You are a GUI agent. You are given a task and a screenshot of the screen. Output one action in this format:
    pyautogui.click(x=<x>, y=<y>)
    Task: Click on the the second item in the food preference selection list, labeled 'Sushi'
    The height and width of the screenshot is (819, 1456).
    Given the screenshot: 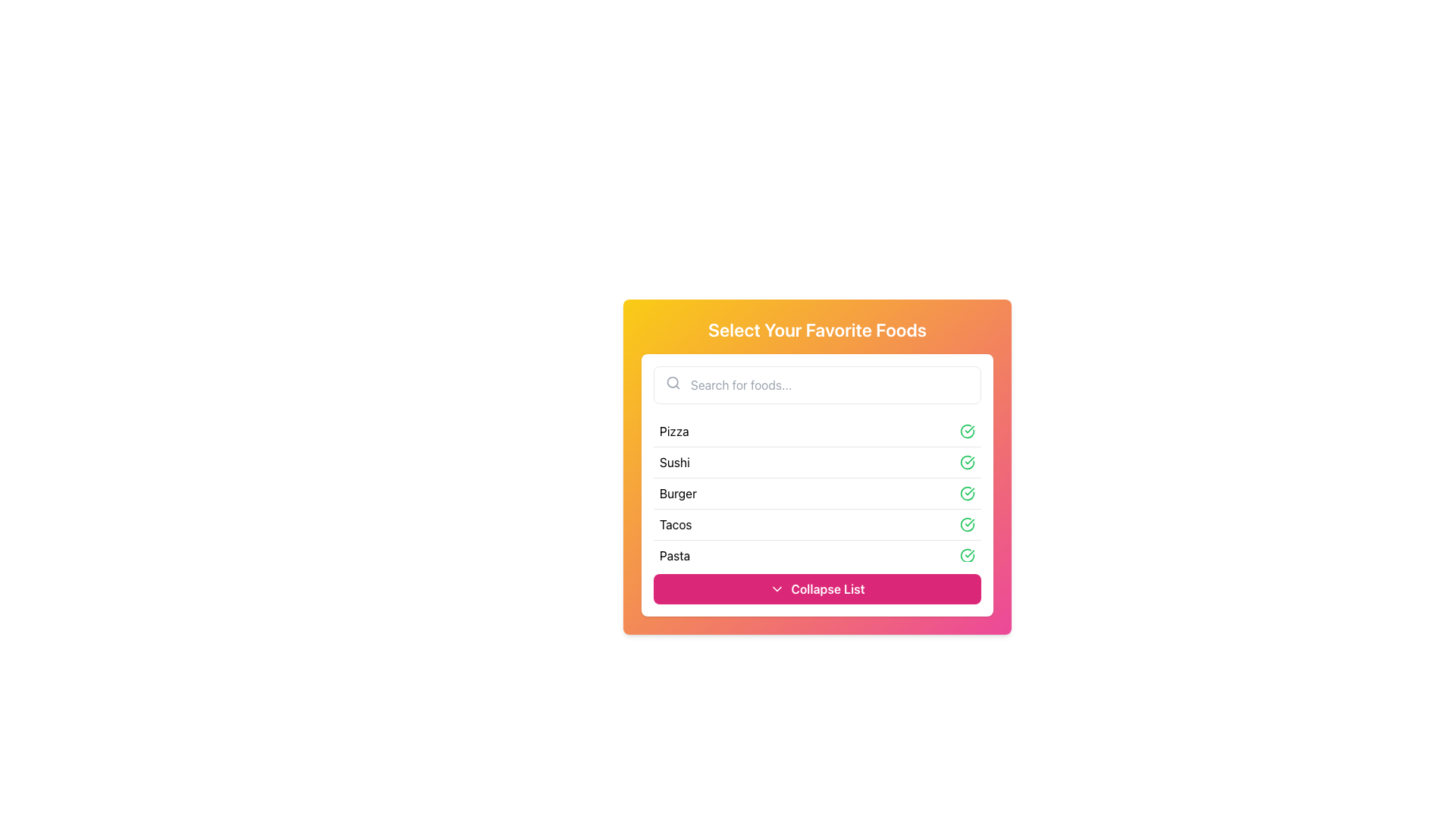 What is the action you would take?
    pyautogui.click(x=817, y=462)
    